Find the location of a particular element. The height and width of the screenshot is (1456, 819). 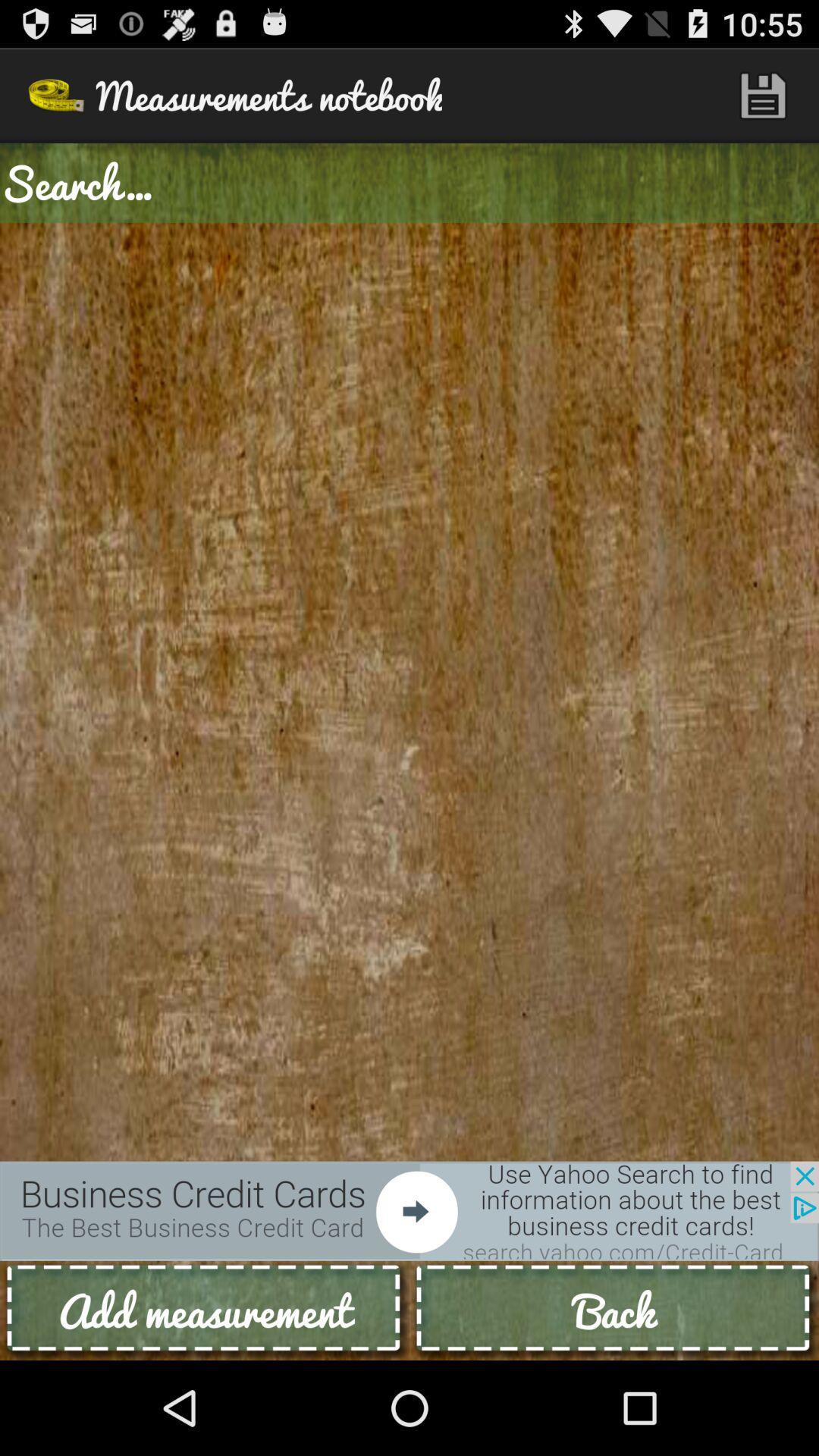

advertisement link image is located at coordinates (409, 1210).